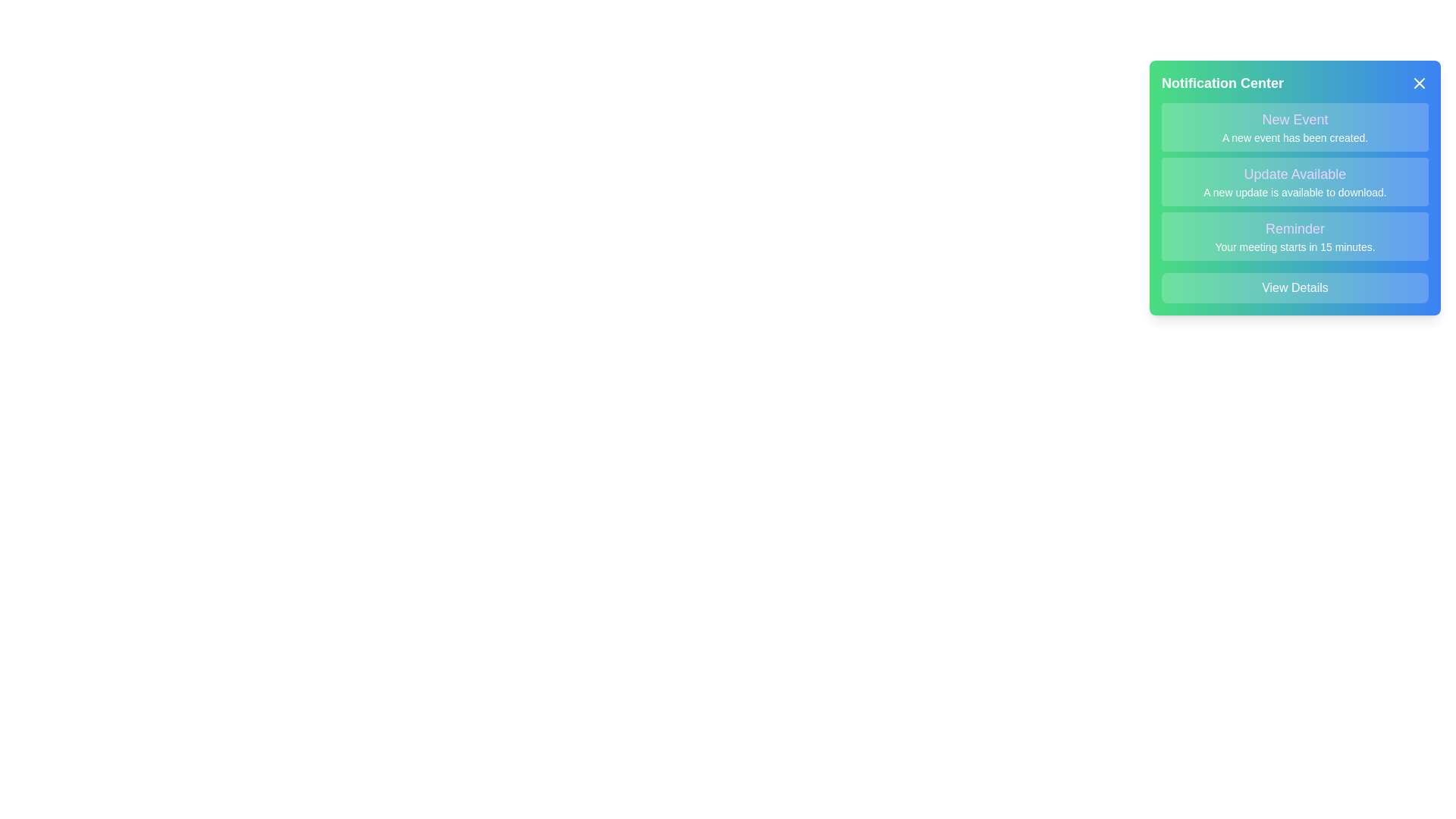 Image resolution: width=1456 pixels, height=819 pixels. I want to click on the notification titled Update Available, so click(1294, 180).